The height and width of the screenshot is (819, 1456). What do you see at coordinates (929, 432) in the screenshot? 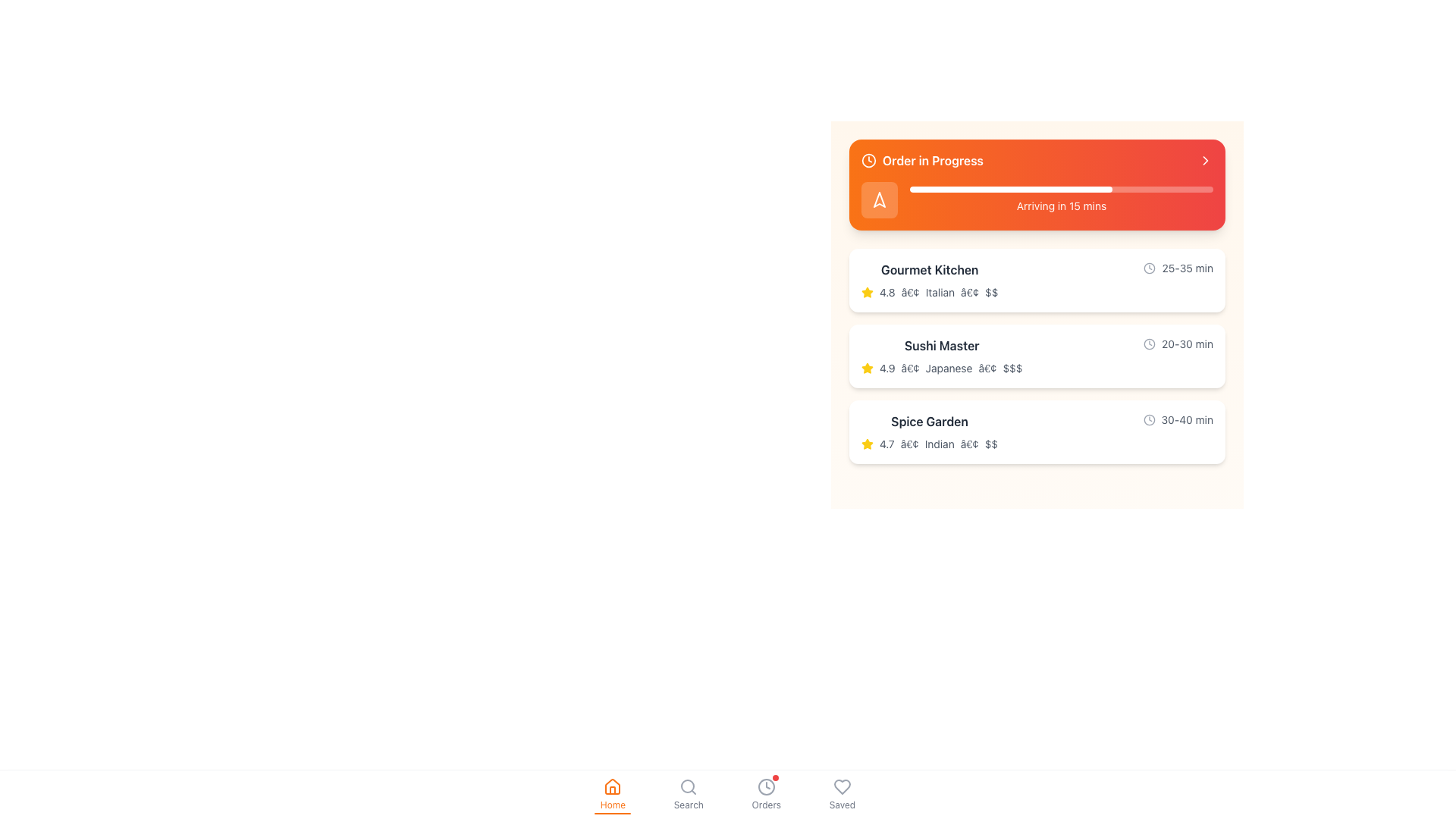
I see `the list item displaying information about the food establishment 'Spice Garden', which includes a rating of 4.7, cuisine type 'Indian', and a price level indicator '$$'` at bounding box center [929, 432].